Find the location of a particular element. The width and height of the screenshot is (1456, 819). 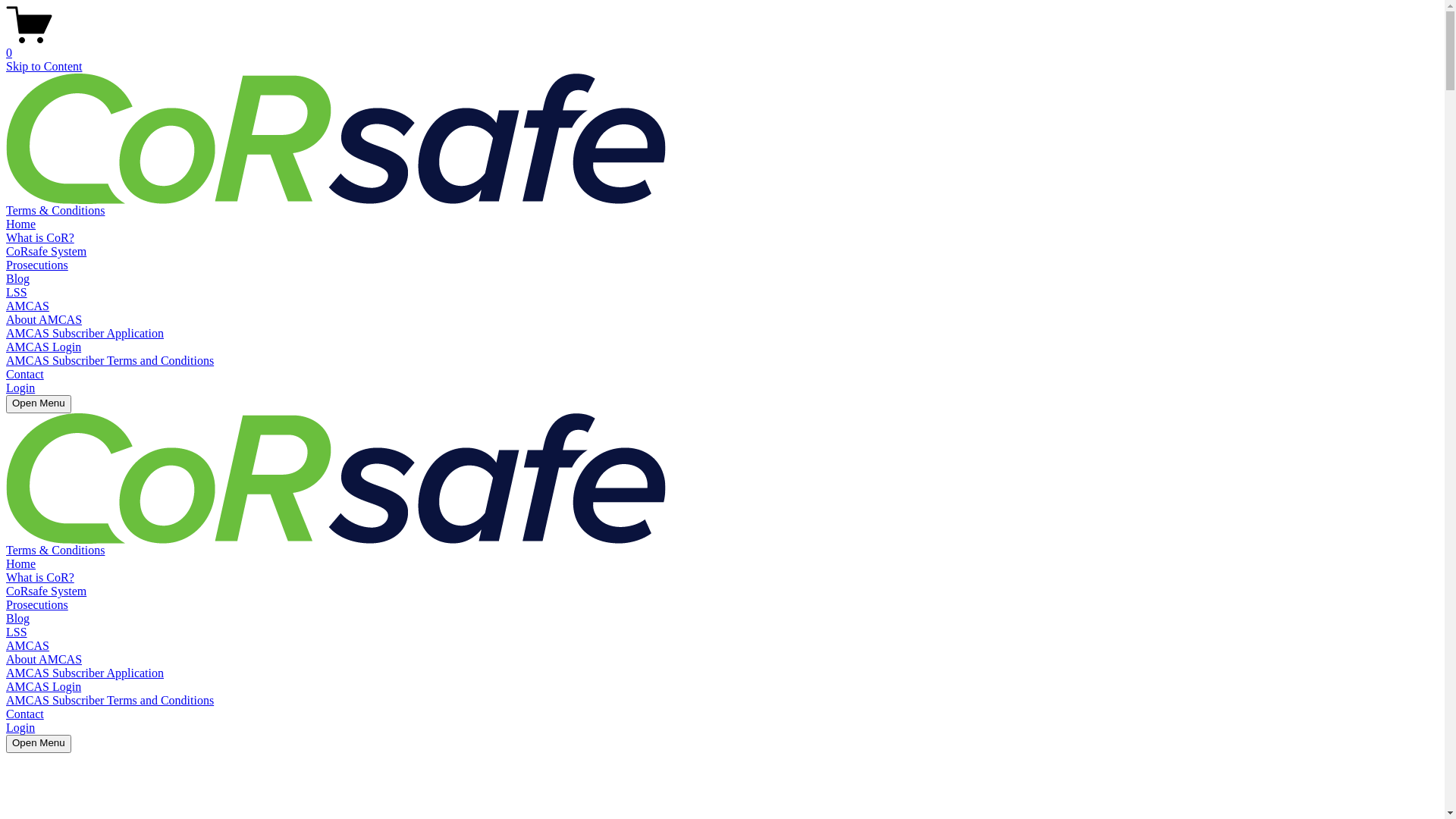

'Home' is located at coordinates (20, 224).